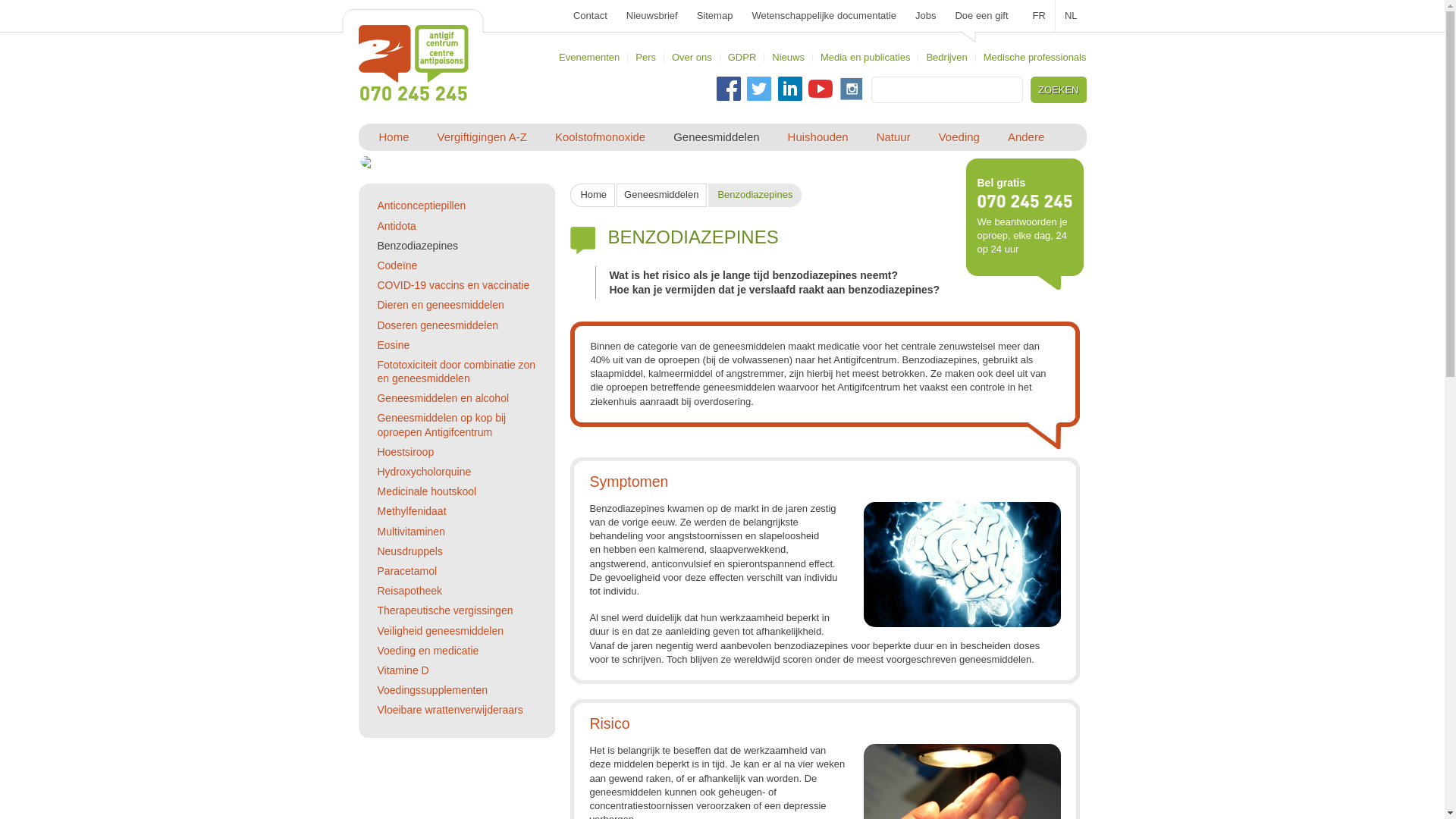 This screenshot has height=819, width=1456. I want to click on 'GDPR', so click(742, 56).